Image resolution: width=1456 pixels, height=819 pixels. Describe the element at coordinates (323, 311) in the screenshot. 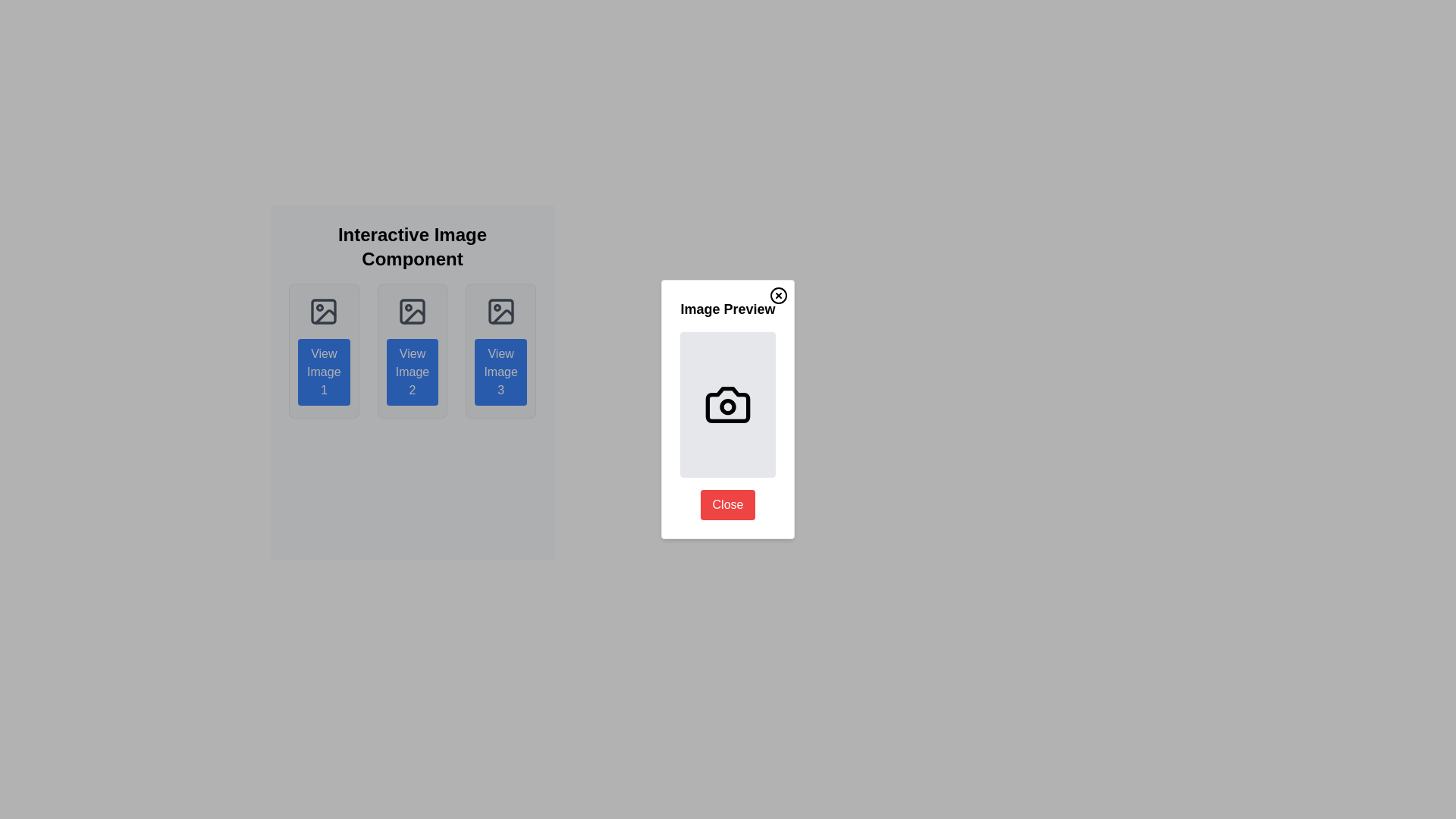

I see `the first rectangular icon with rounded corners, filled in a solid color, located in the interactive image section, which is part of a larger icon representing an image` at that location.